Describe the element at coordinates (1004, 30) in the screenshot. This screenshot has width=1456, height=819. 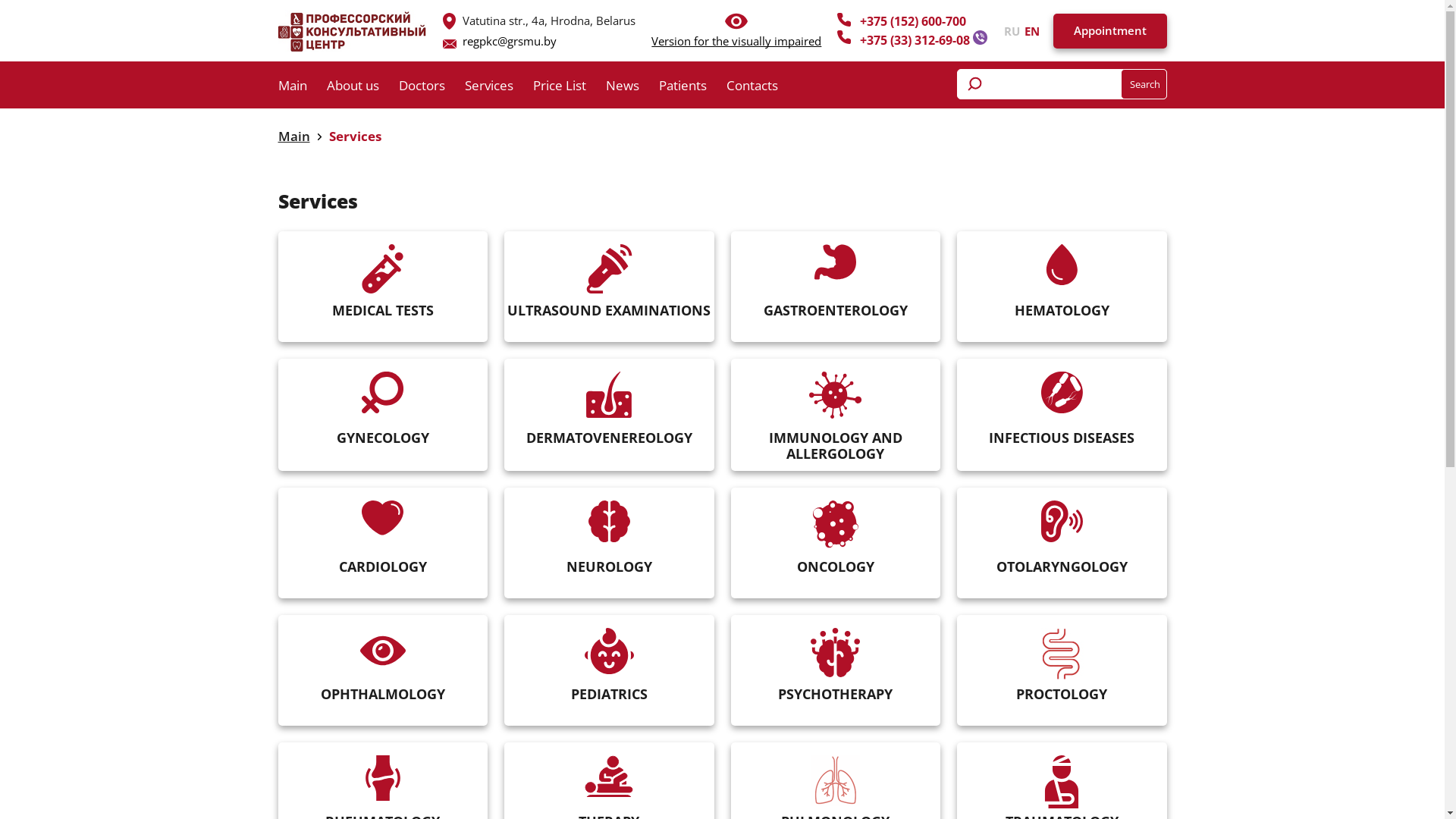
I see `'RU'` at that location.